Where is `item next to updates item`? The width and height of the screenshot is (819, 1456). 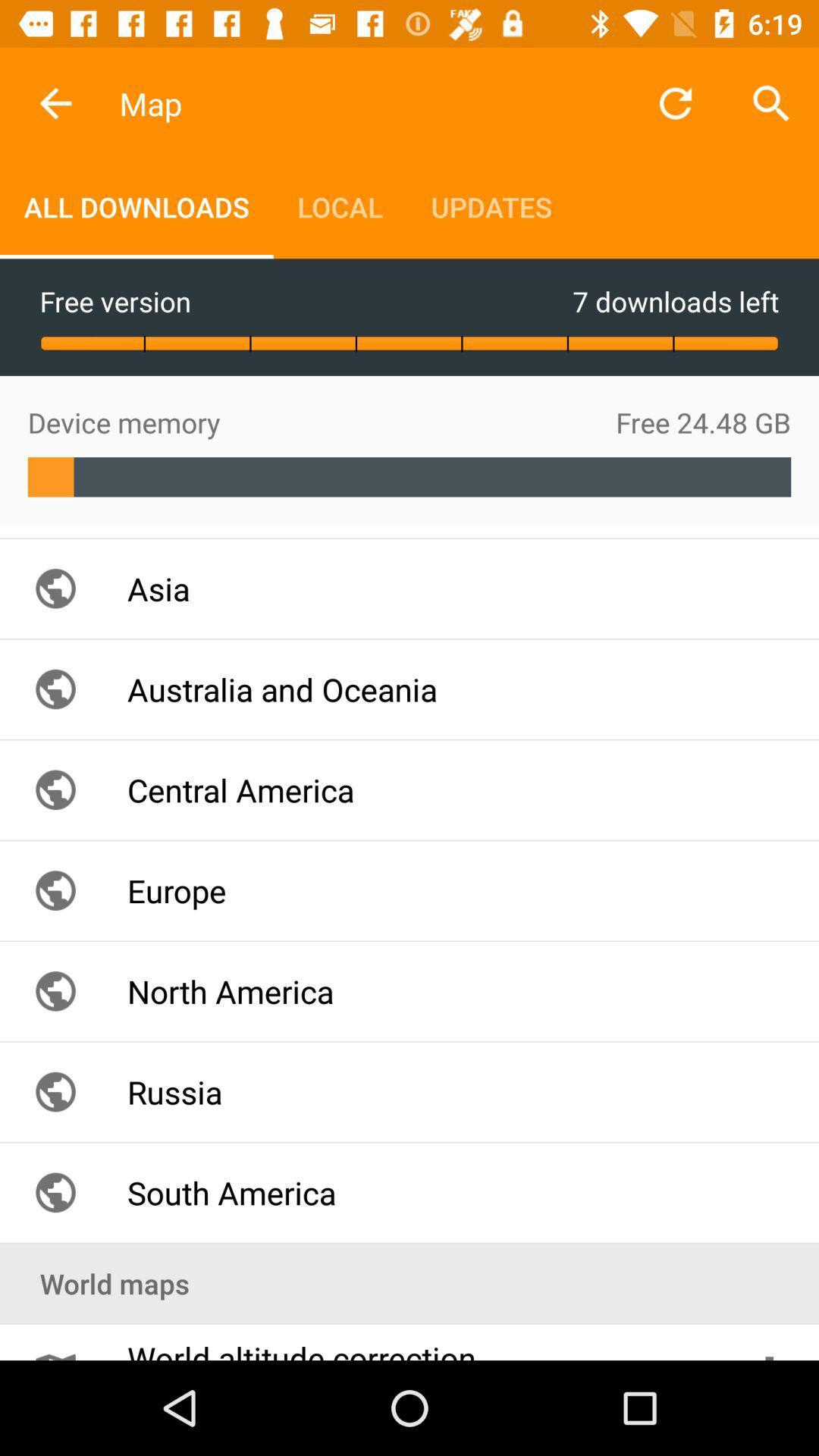
item next to updates item is located at coordinates (339, 206).